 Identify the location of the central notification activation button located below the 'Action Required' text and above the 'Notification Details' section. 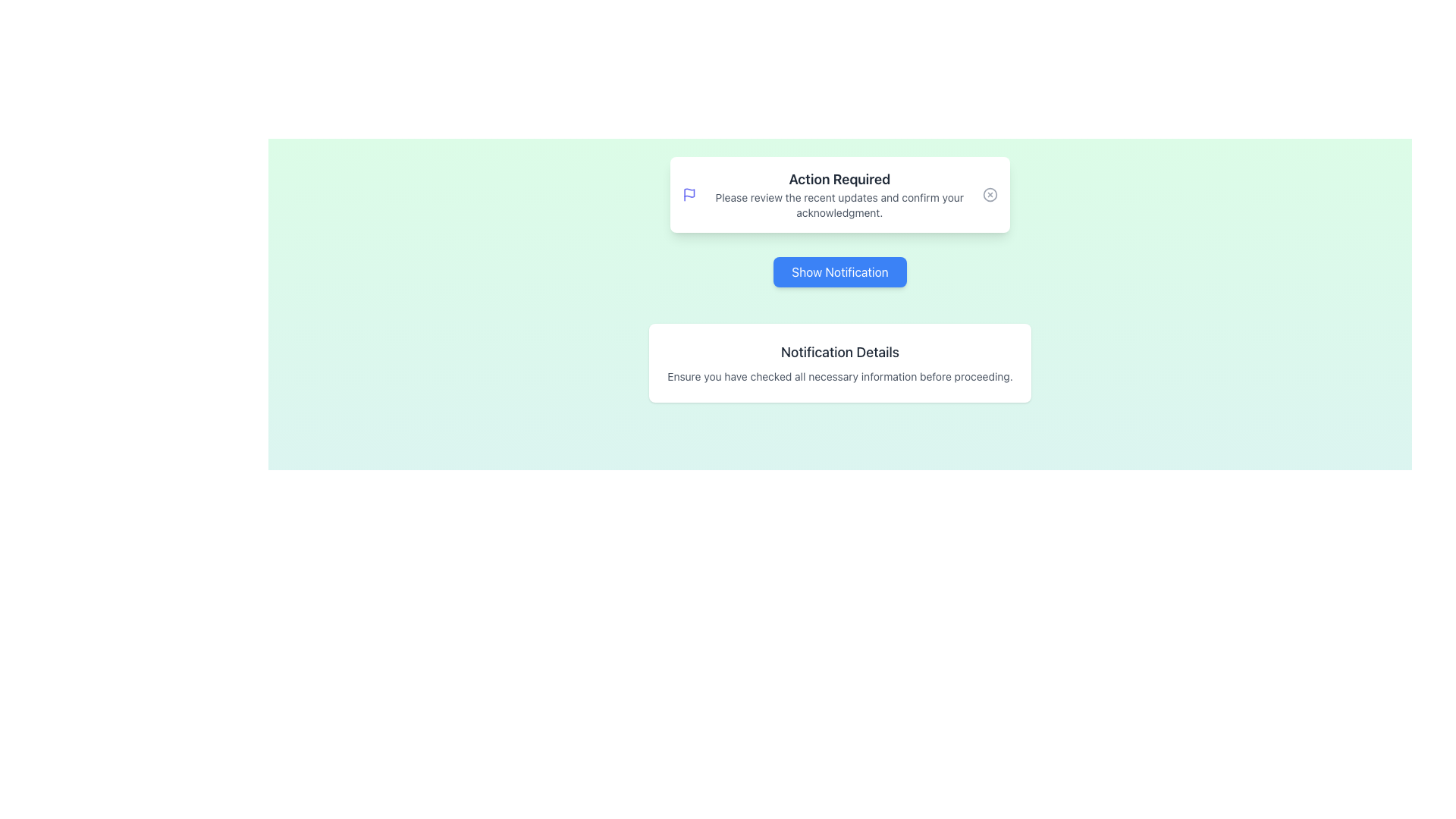
(839, 271).